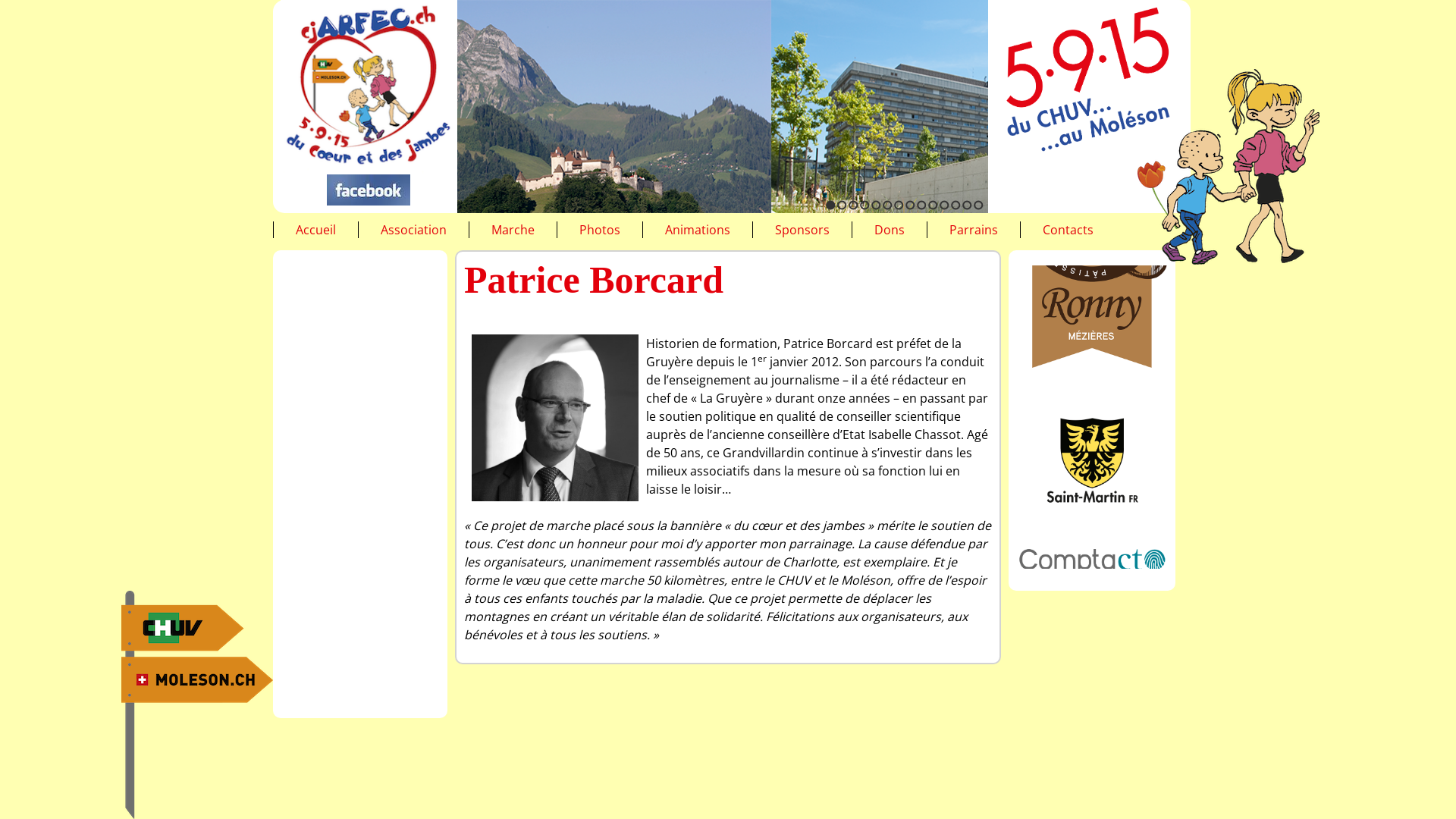 The image size is (1456, 819). Describe the element at coordinates (949, 205) in the screenshot. I see `'12'` at that location.